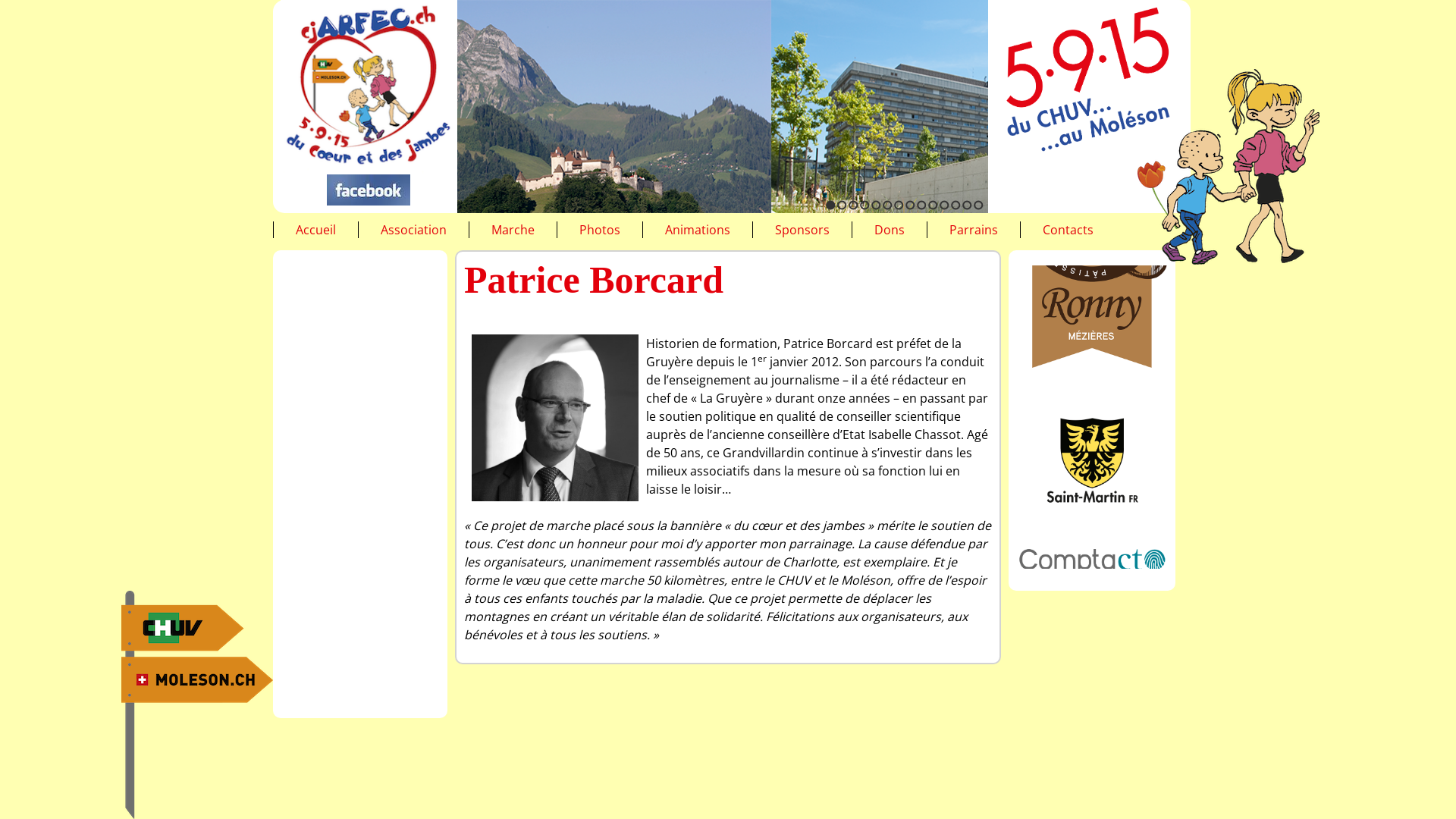 The image size is (1456, 819). Describe the element at coordinates (949, 205) in the screenshot. I see `'12'` at that location.